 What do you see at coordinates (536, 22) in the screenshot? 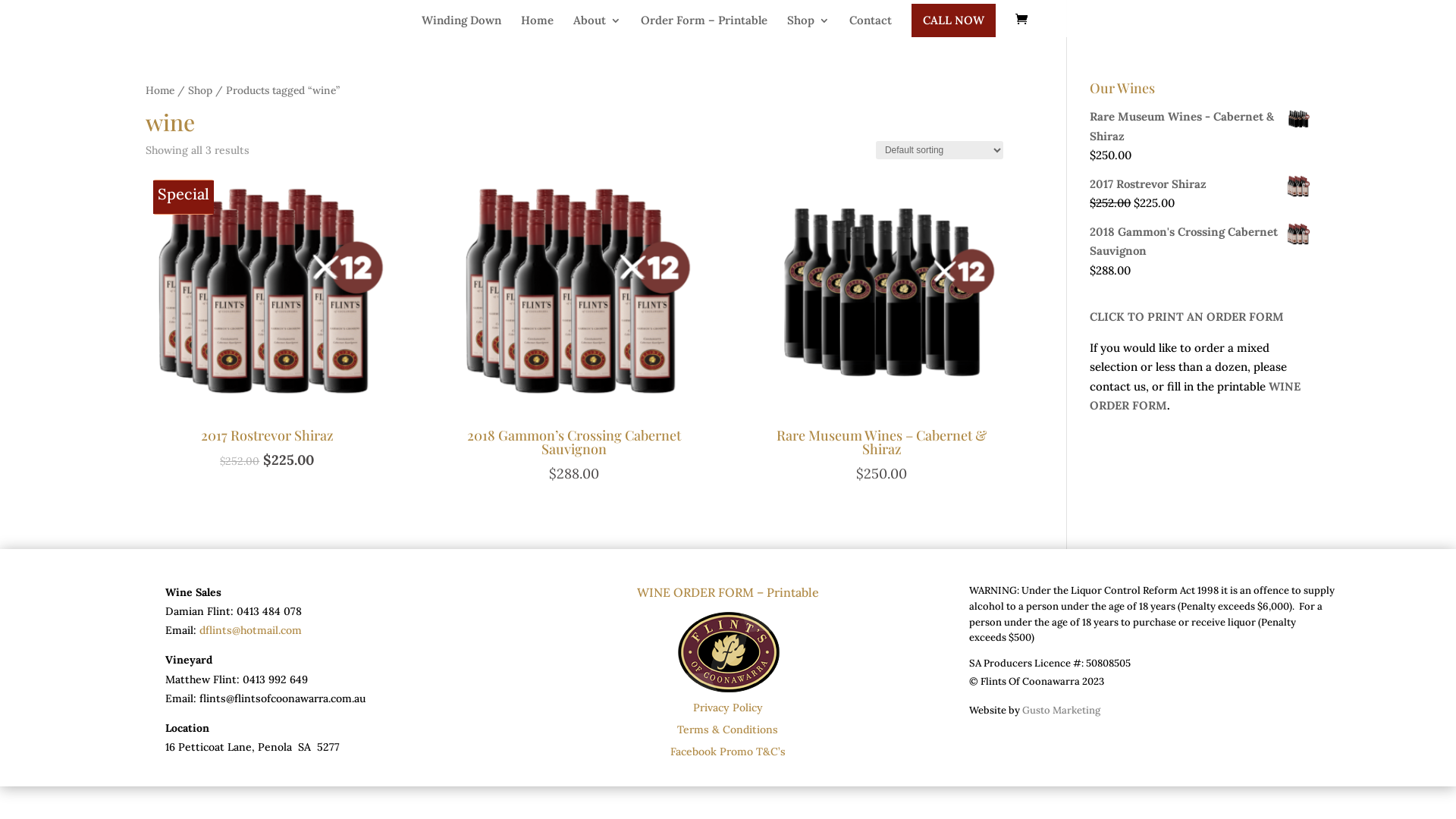
I see `'Home'` at bounding box center [536, 22].